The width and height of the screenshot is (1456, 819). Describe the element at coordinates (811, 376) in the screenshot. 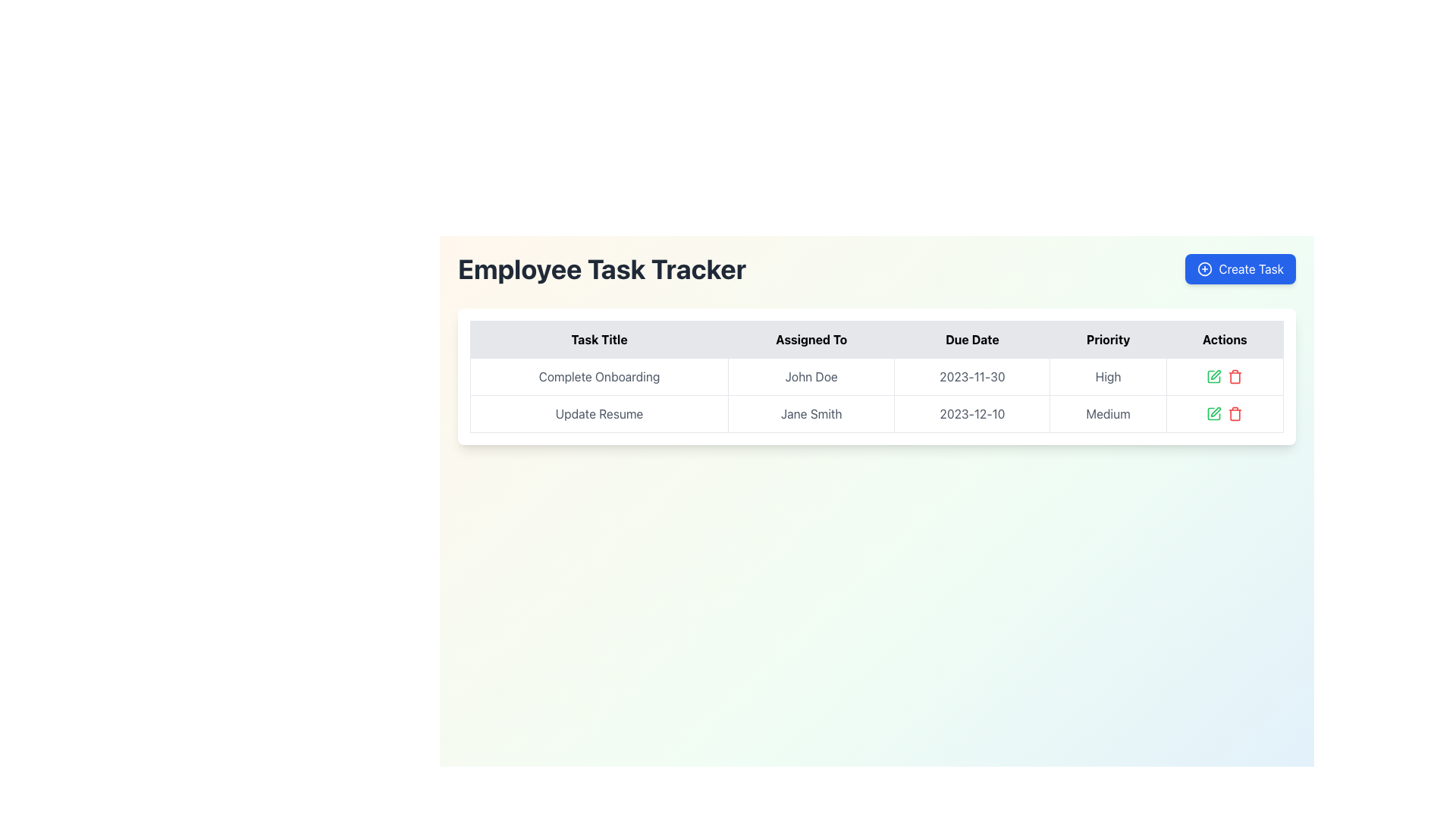

I see `text content of the 'Assigned To' indicator for the task 'Complete Onboarding' located in the second column of the first row of the 'Employee Task Tracker' interface` at that location.